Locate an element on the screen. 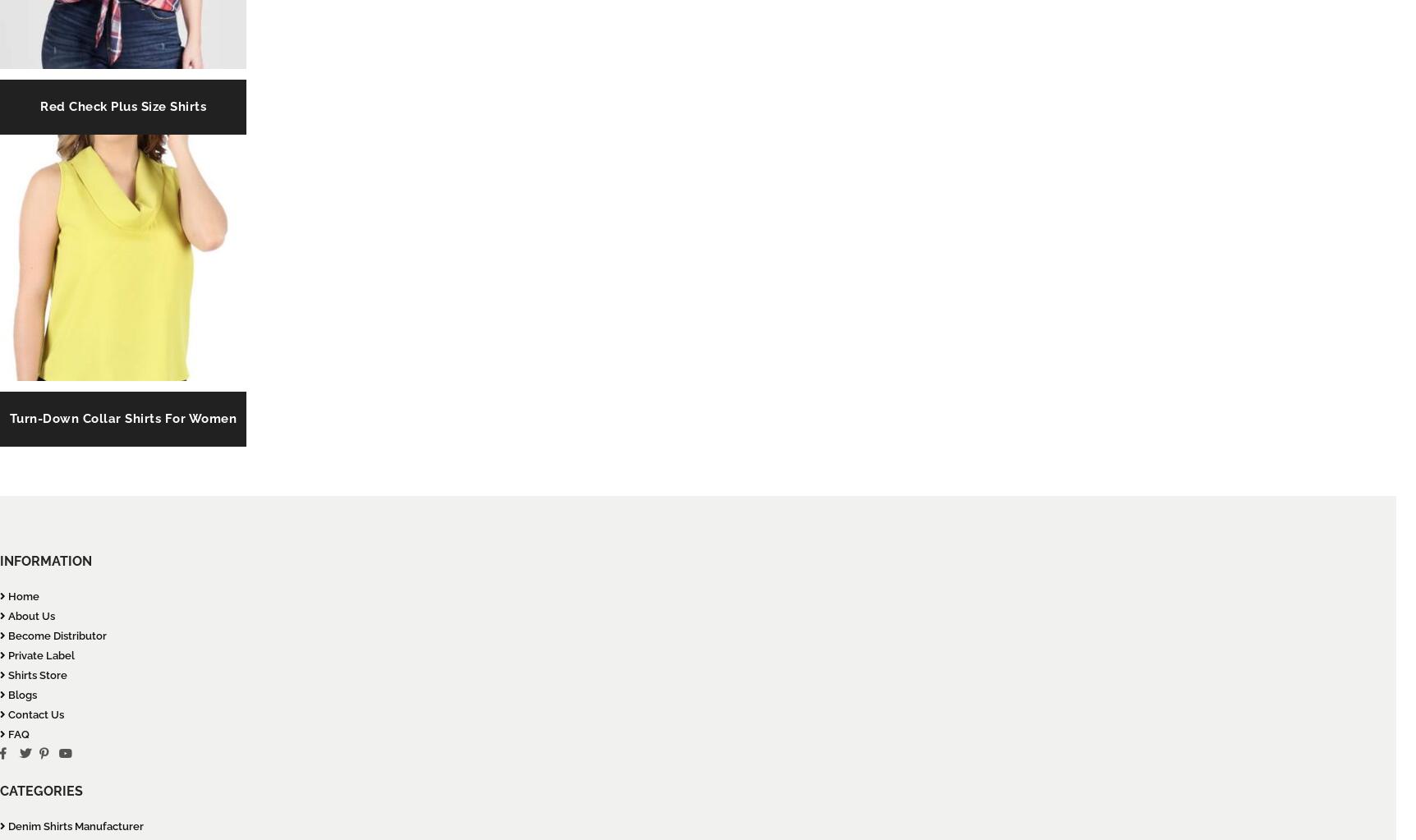 Image resolution: width=1416 pixels, height=840 pixels. 'CATEGORIES' is located at coordinates (41, 791).